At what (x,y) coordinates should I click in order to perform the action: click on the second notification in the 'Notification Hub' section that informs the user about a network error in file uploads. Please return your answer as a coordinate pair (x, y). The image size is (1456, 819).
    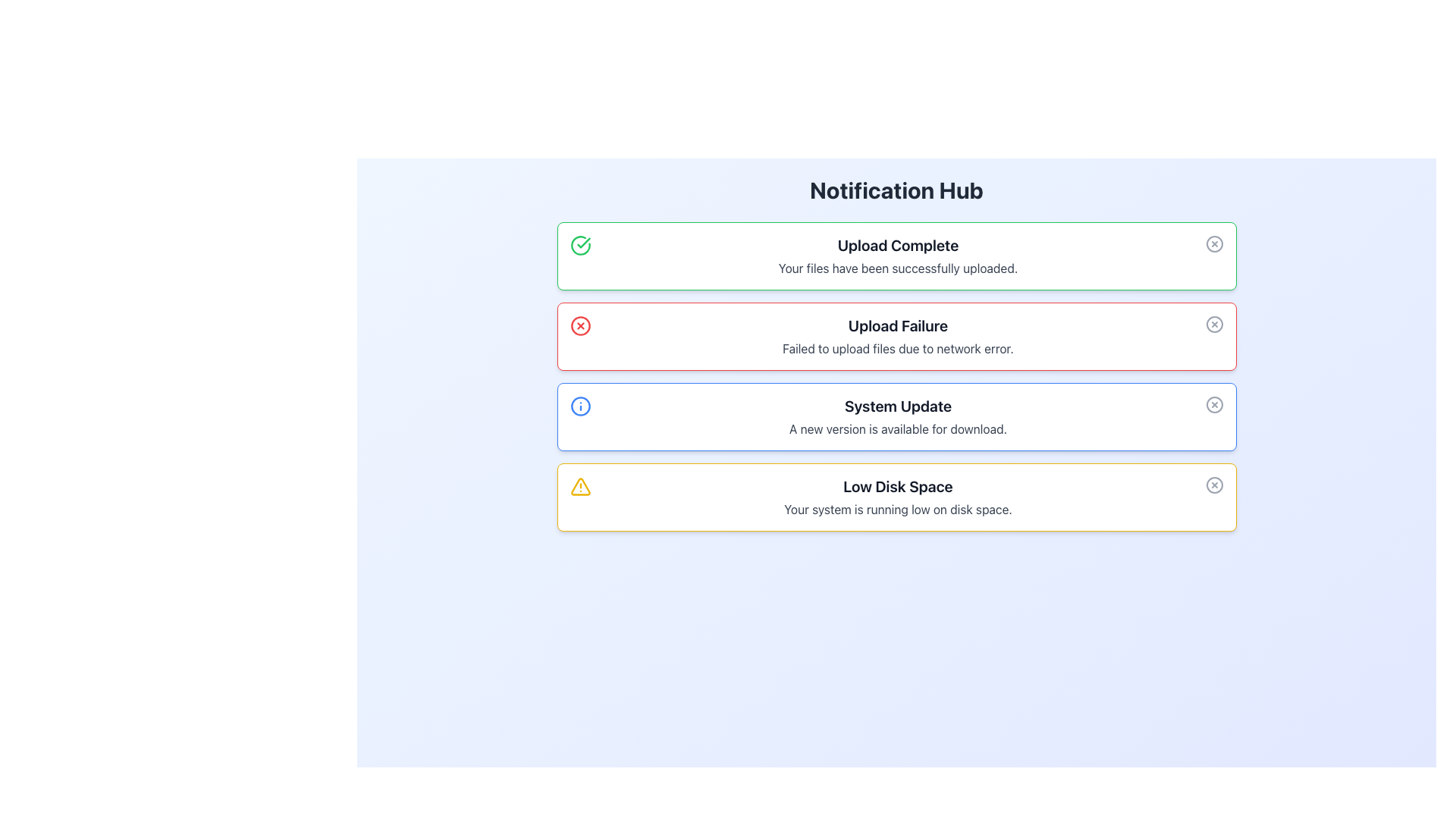
    Looking at the image, I should click on (898, 335).